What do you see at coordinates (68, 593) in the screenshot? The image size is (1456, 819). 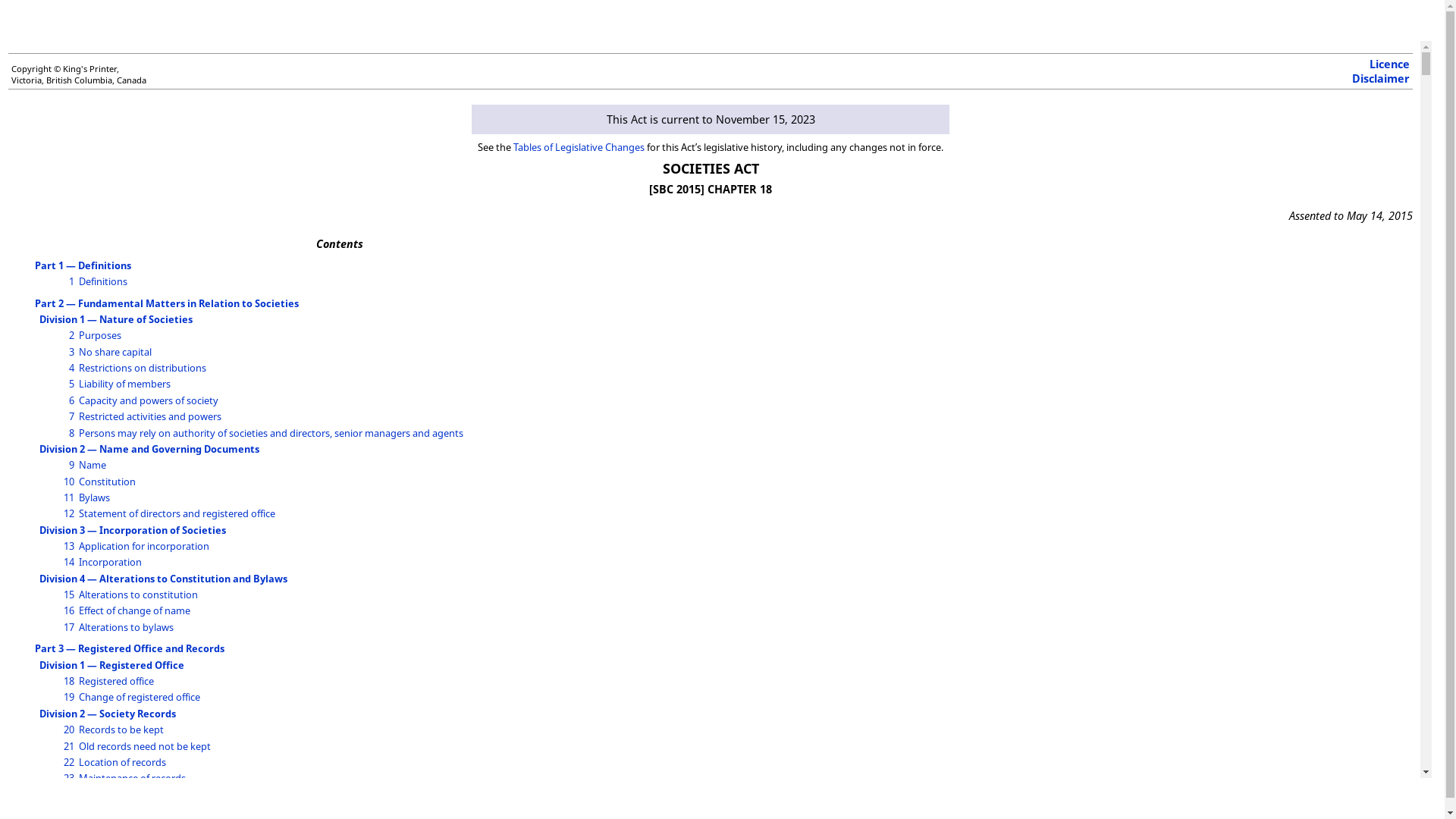 I see `'15'` at bounding box center [68, 593].